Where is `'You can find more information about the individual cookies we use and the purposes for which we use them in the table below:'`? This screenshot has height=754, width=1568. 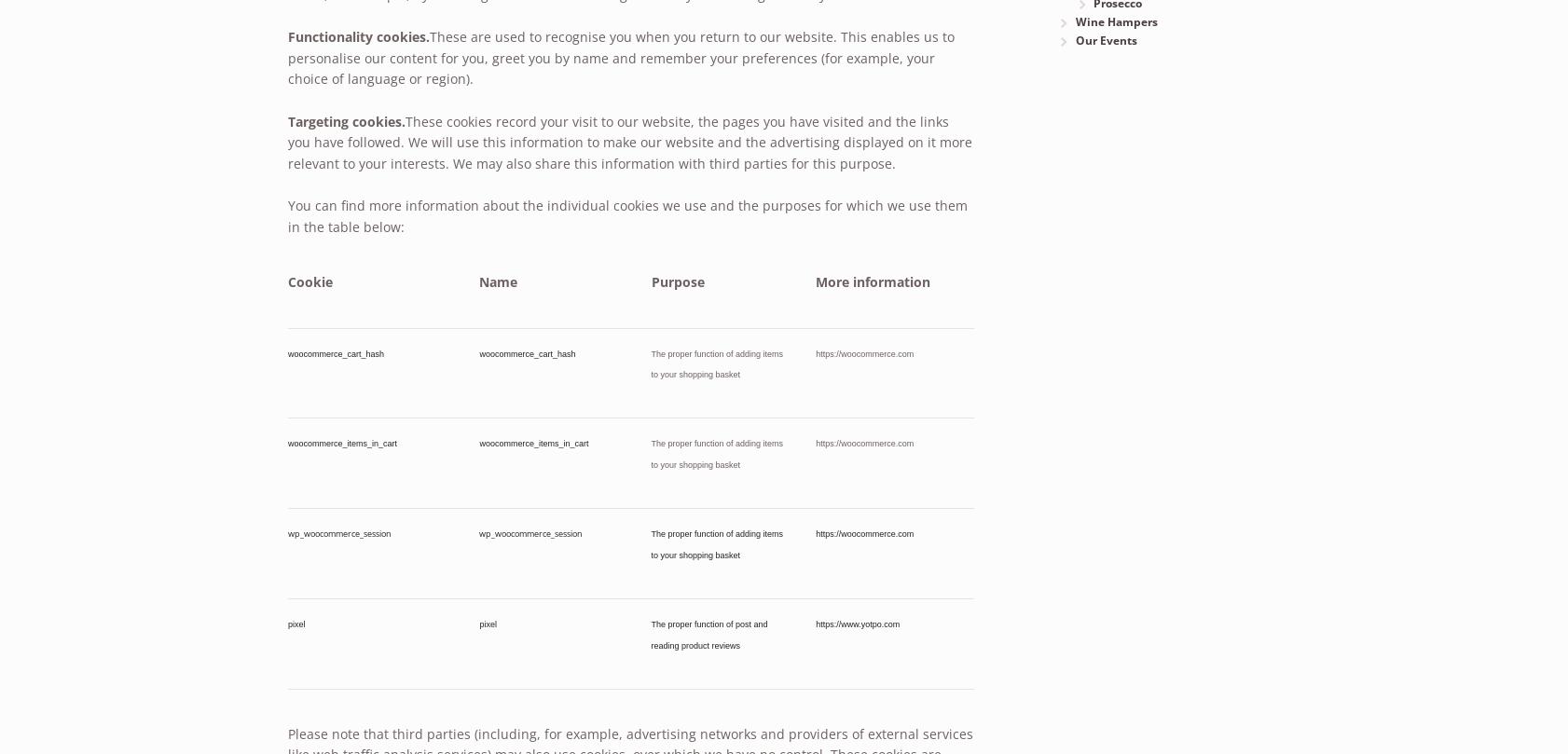
'You can find more information about the individual cookies we use and the purposes for which we use them in the table below:' is located at coordinates (627, 214).